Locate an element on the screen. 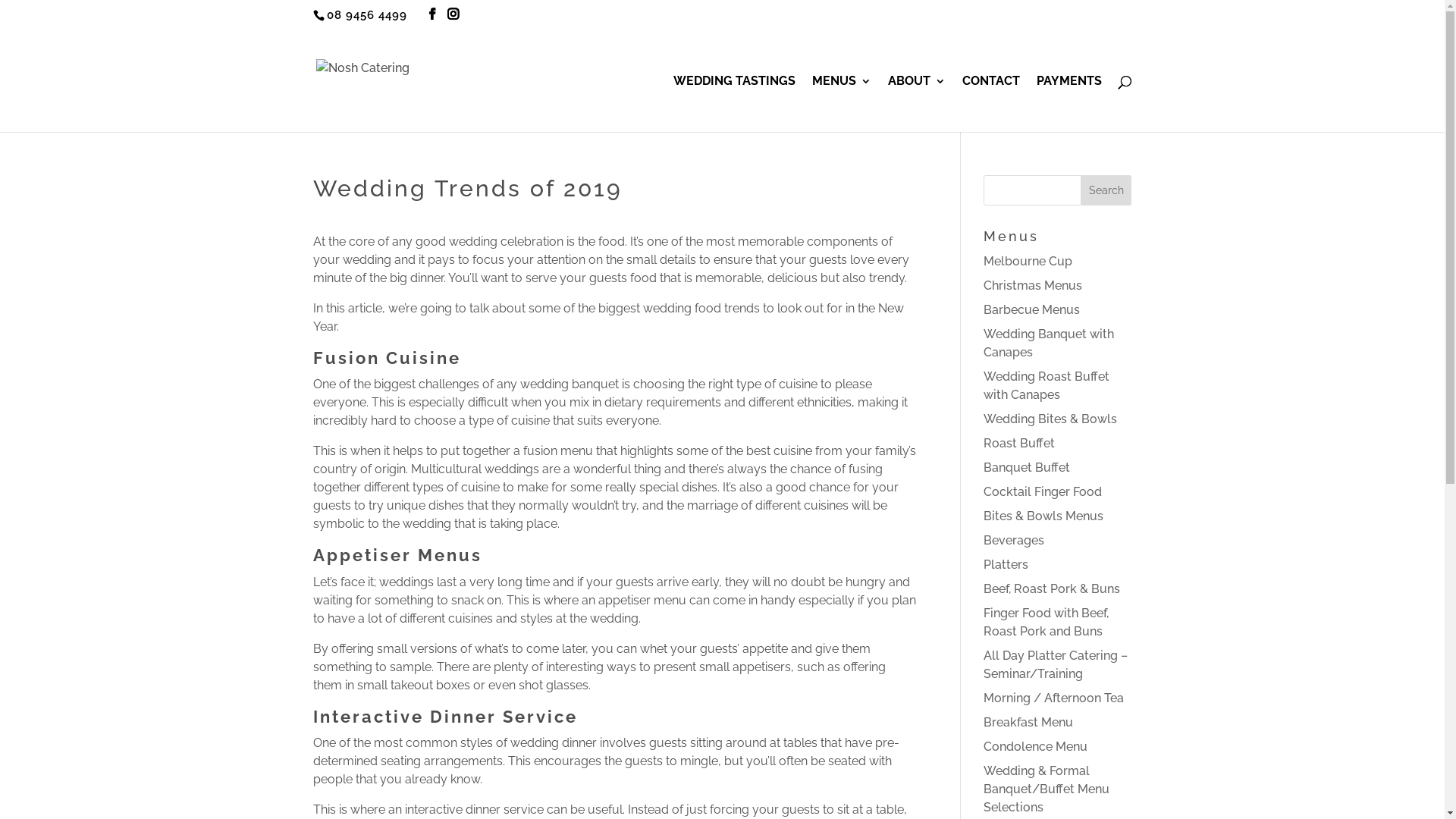  'MENUS' is located at coordinates (811, 103).